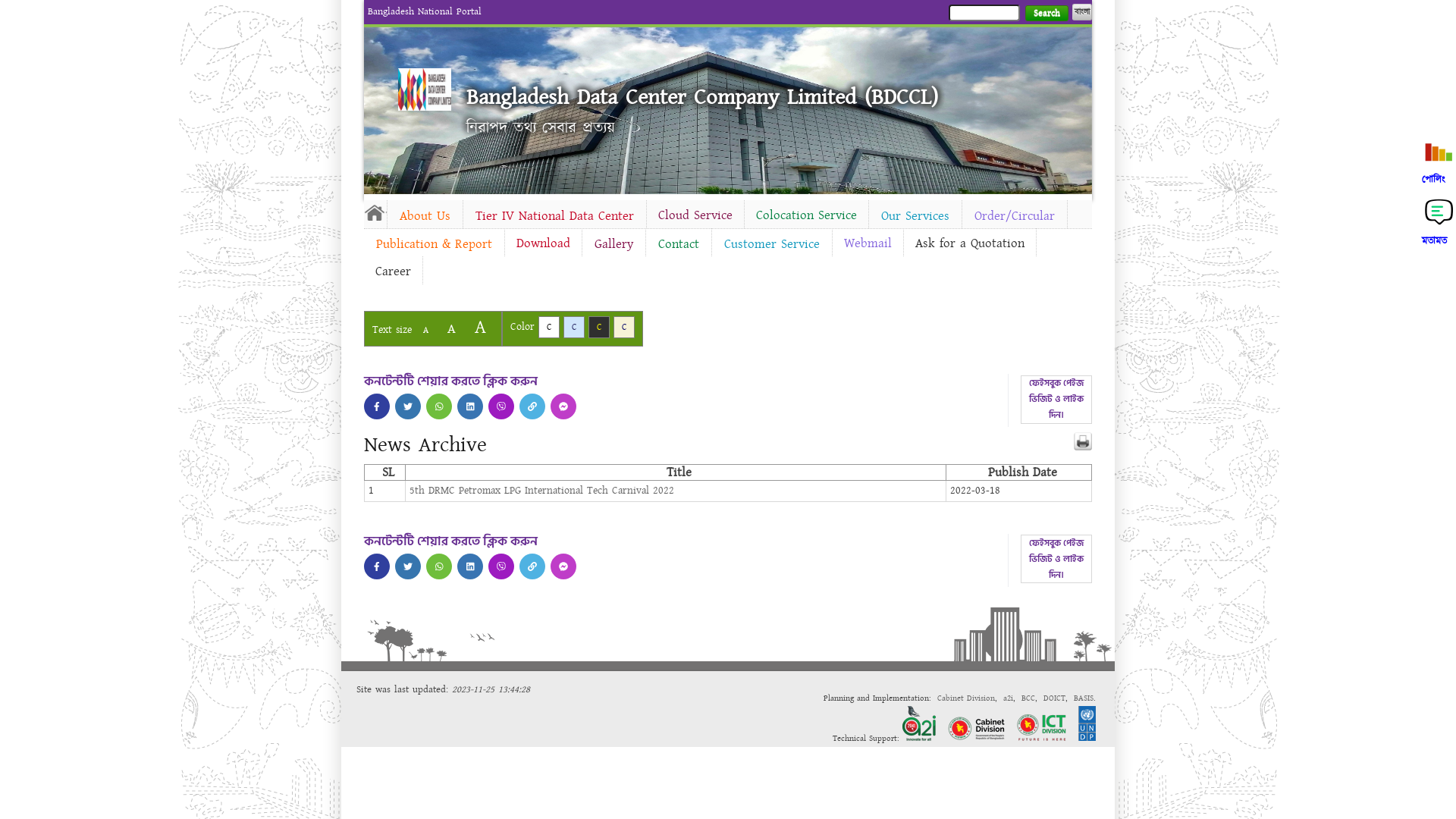  I want to click on 'C', so click(548, 326).